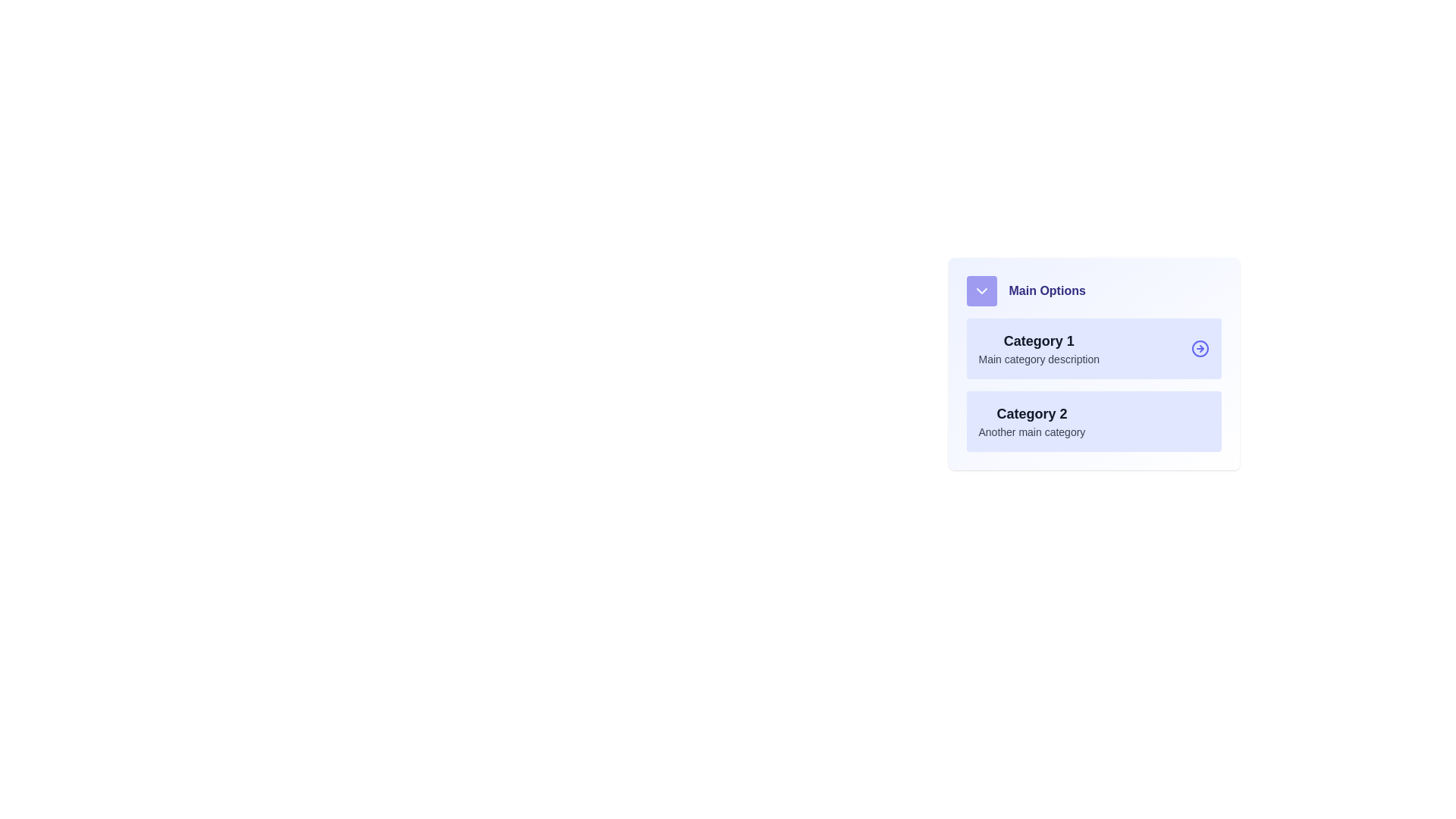  I want to click on the static text label that serves as a heading for the section below, positioned to the right of an interactive button with a down-facing chevron icon and above a list of selectable categories, so click(1046, 291).